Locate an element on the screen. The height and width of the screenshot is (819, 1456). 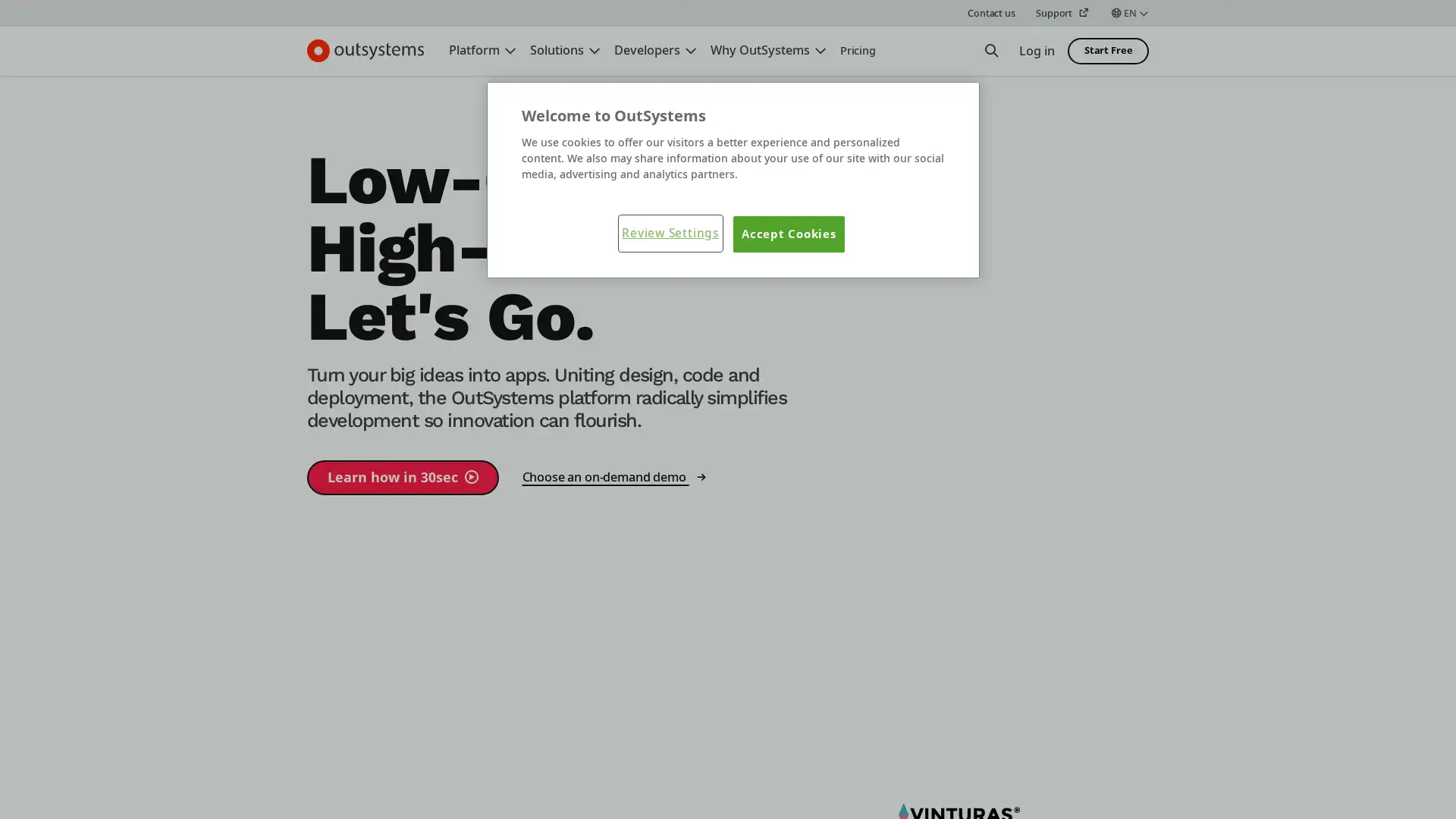
Review Settings is located at coordinates (669, 233).